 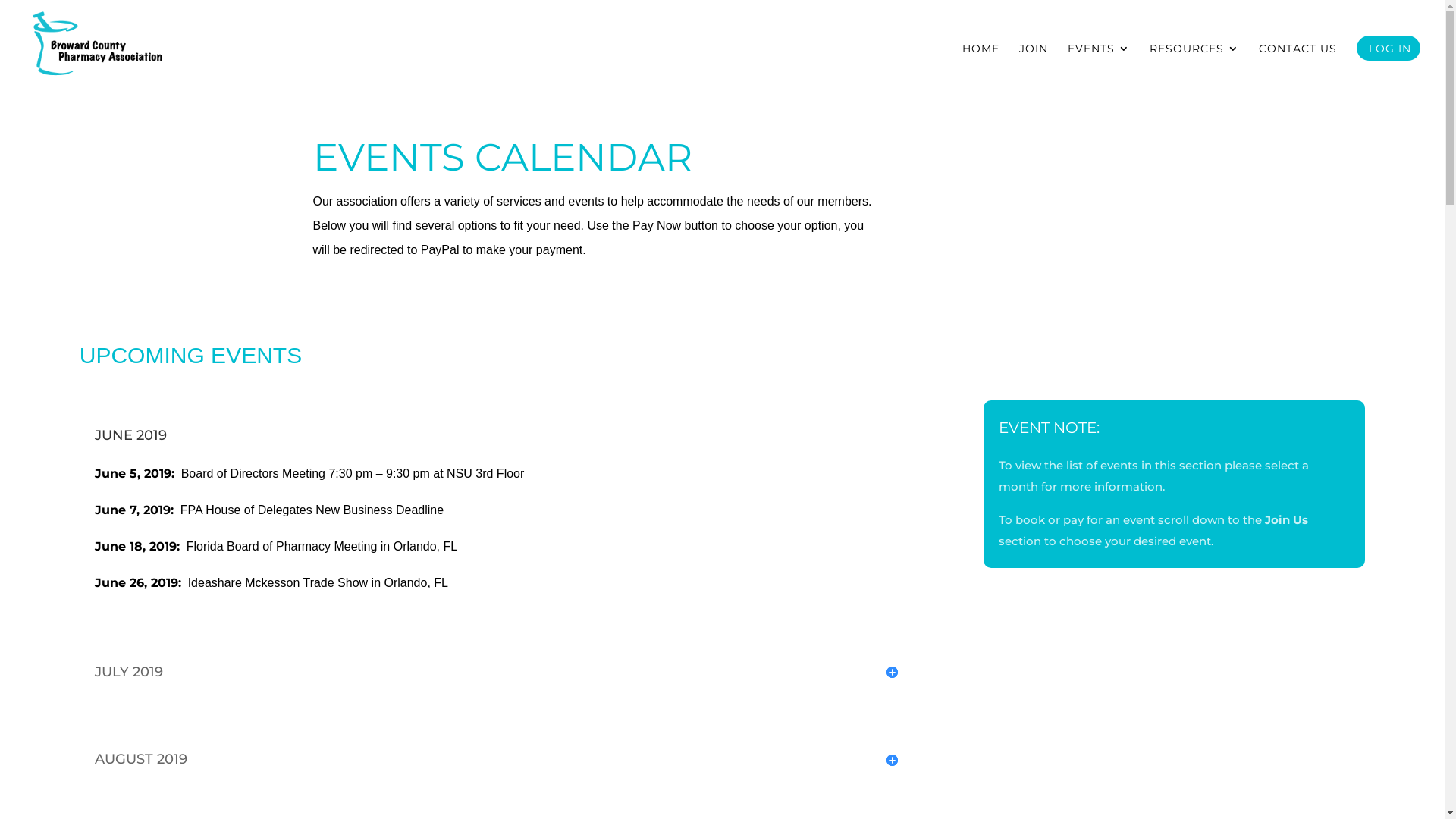 I want to click on 'CONTACT US', so click(x=1297, y=65).